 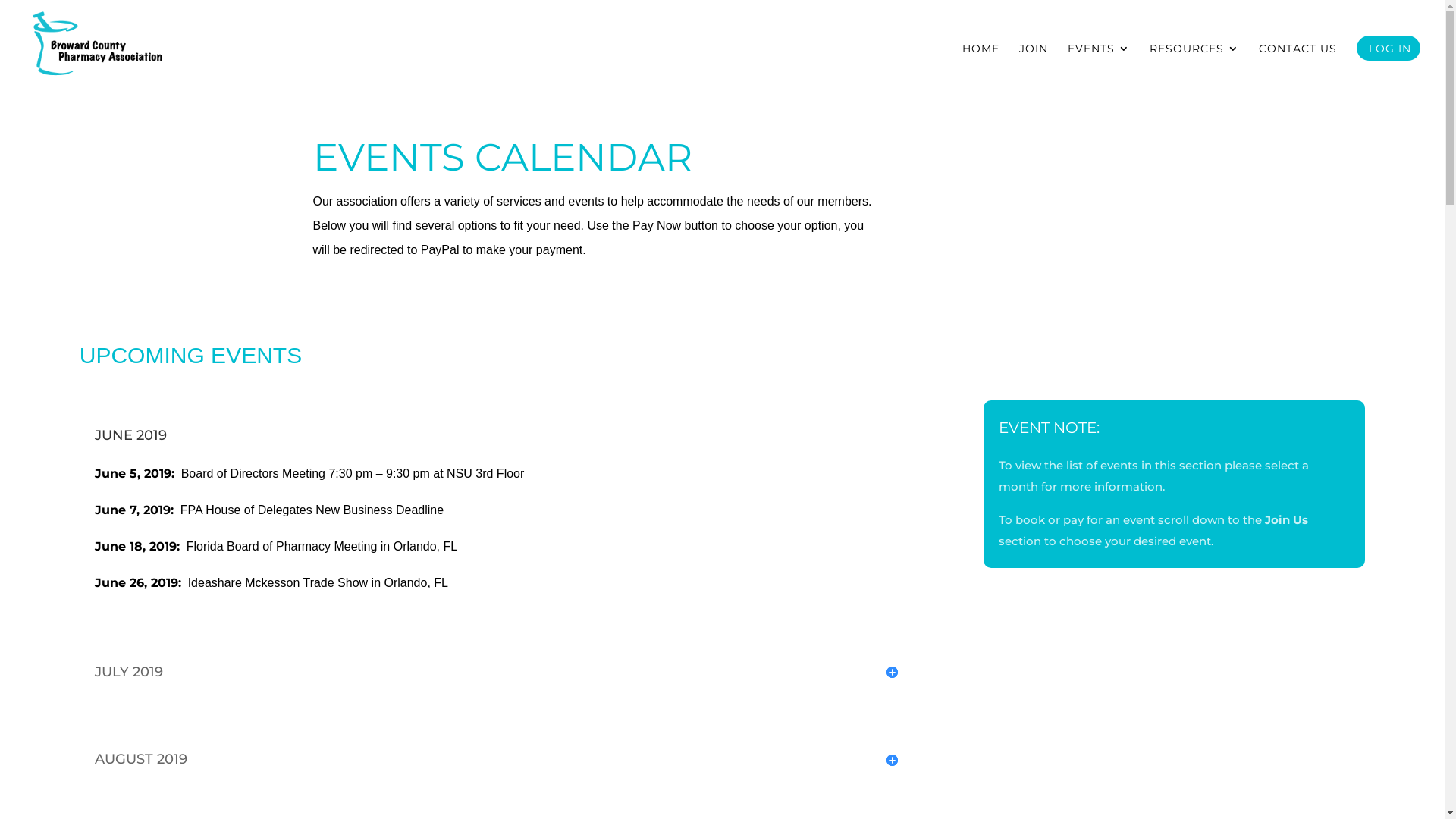 I want to click on 'CONTACT US', so click(x=1297, y=65).